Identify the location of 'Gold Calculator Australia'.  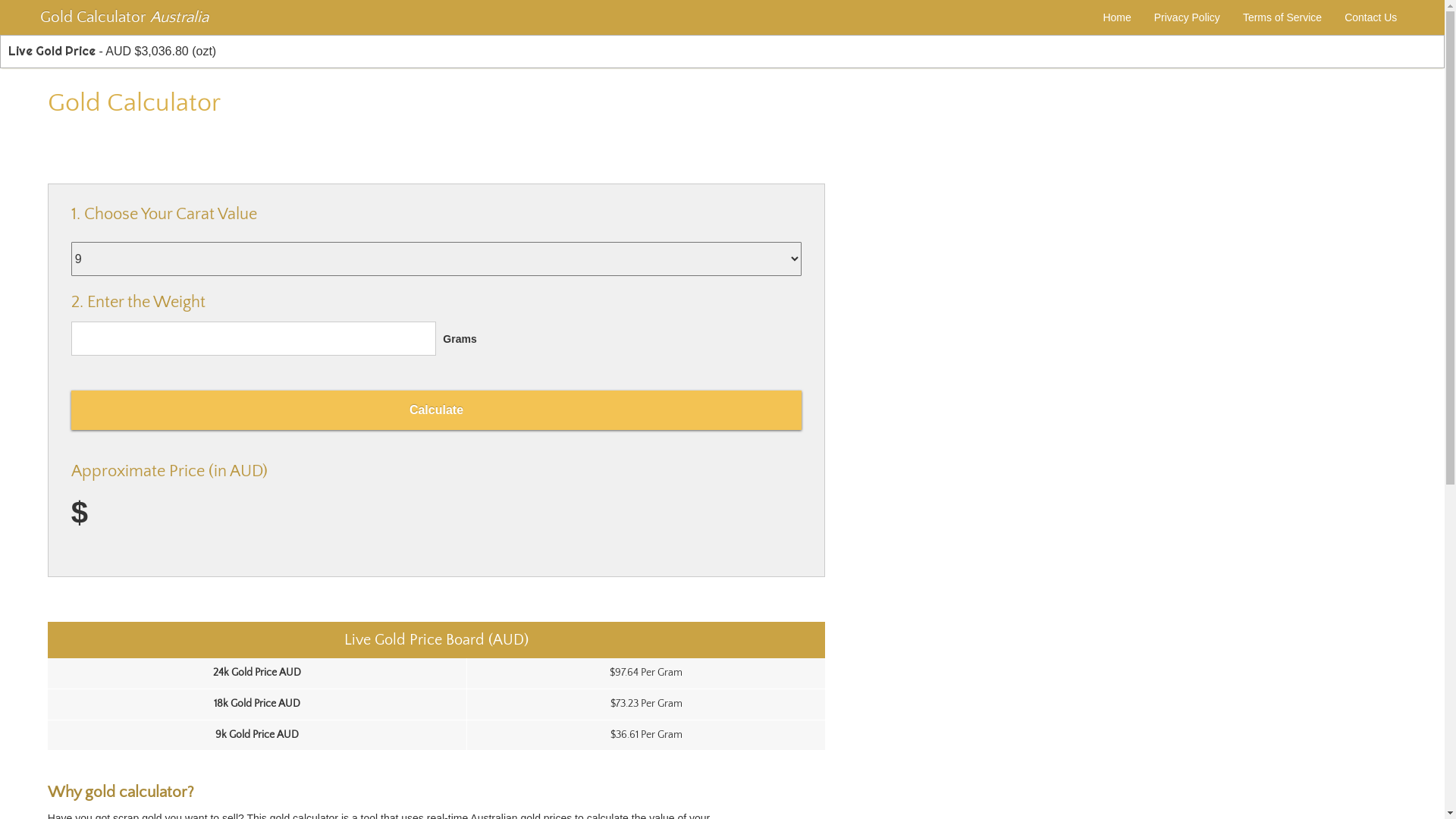
(36, 17).